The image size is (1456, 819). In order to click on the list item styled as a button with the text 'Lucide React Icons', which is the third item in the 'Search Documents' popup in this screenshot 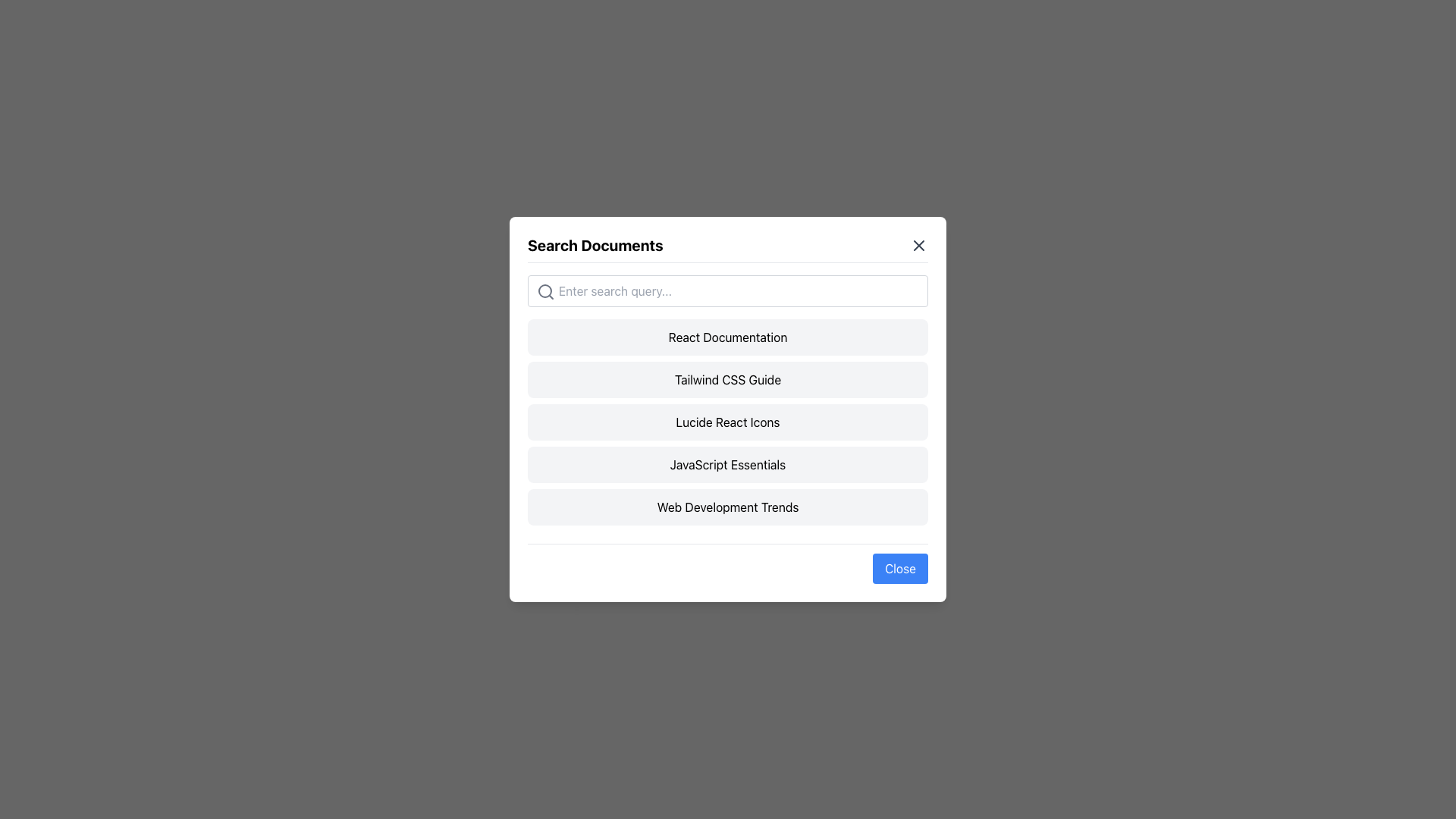, I will do `click(728, 422)`.